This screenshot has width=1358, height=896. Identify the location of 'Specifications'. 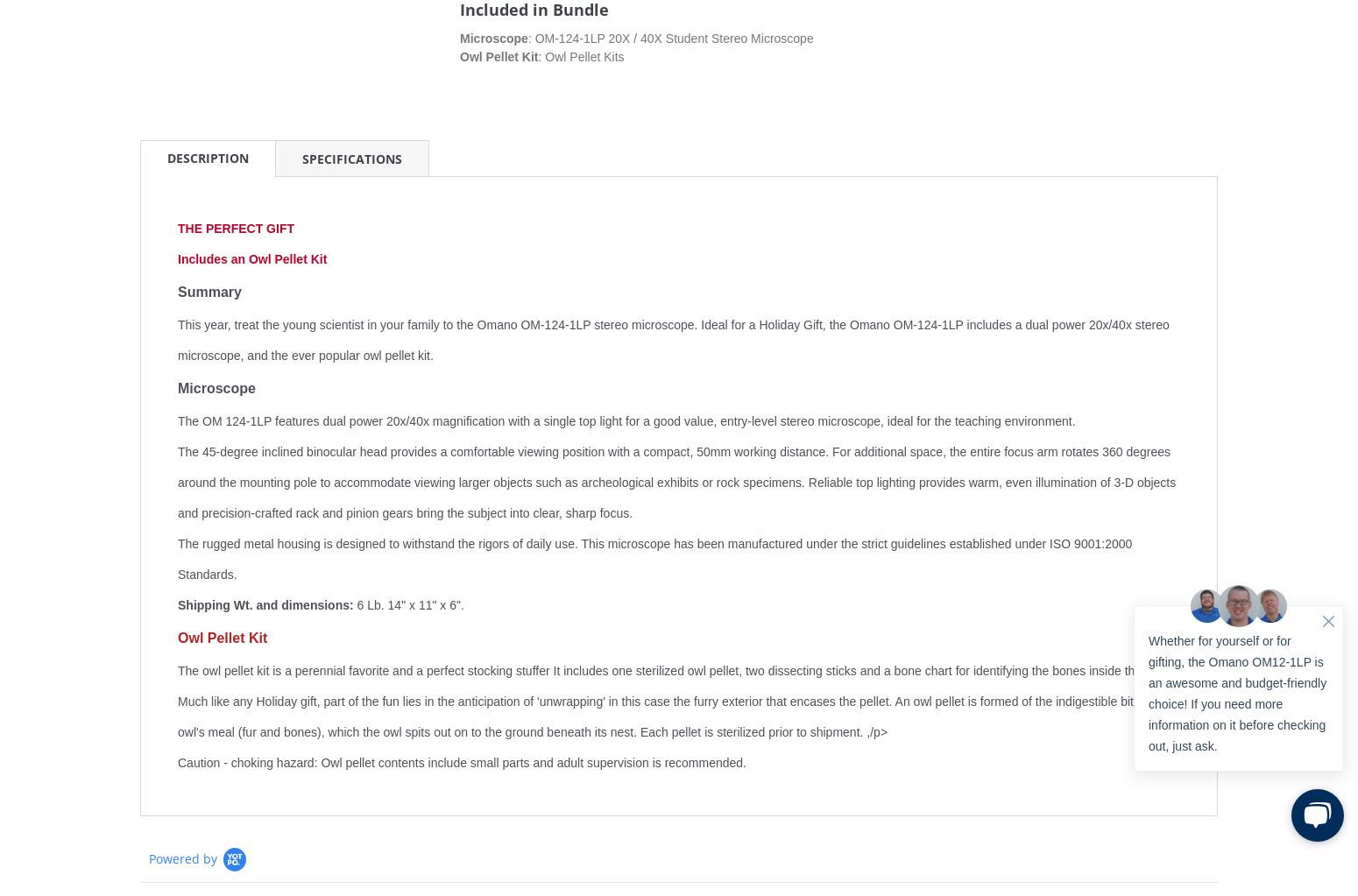
(352, 159).